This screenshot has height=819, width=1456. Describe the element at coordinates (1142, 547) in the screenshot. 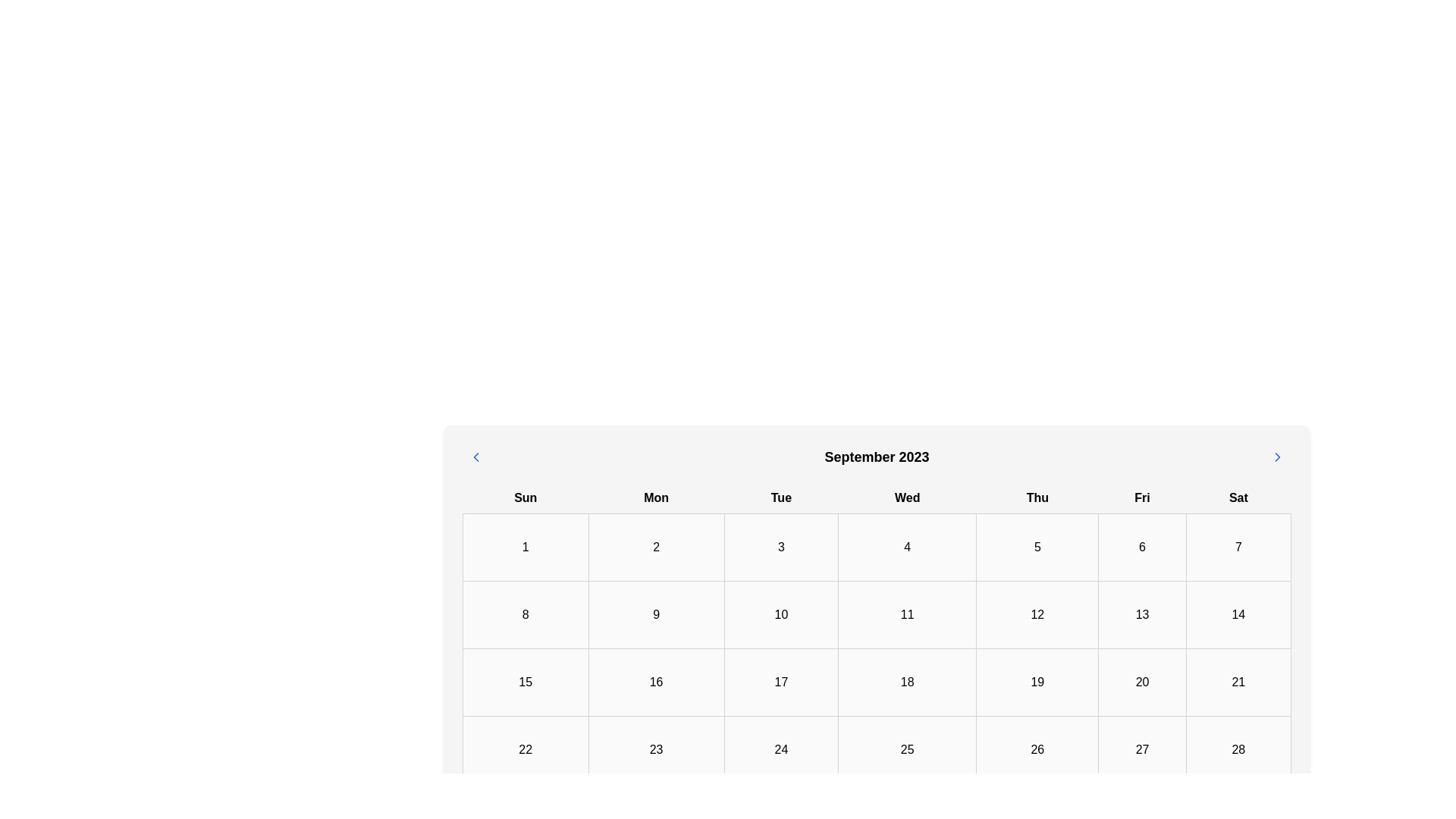

I see `the date selection button representing '6' for Friday in September 2023` at that location.